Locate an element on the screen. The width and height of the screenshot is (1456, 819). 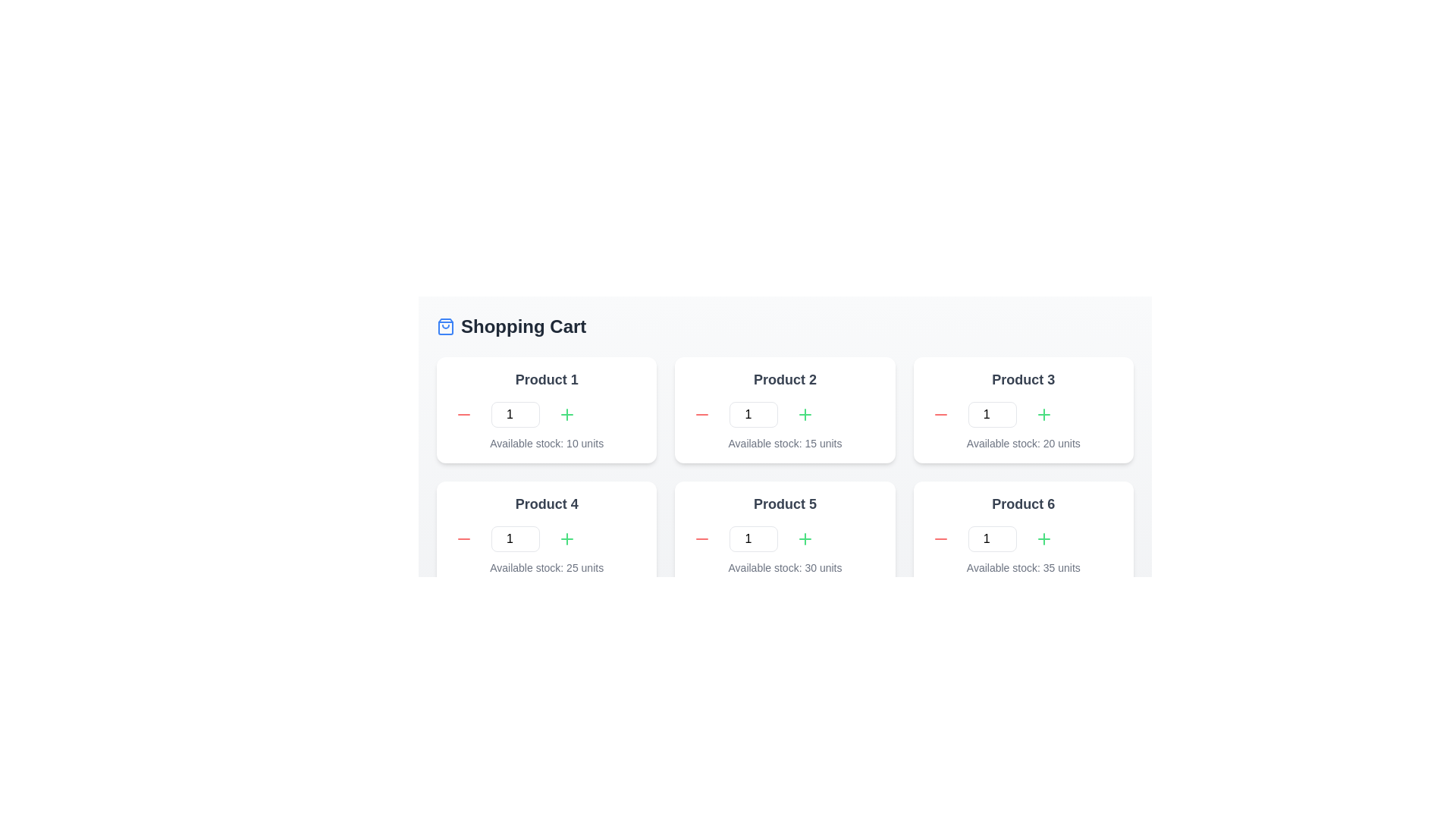
the minus button located on the left side of the controls for 'Product 6' is located at coordinates (940, 538).